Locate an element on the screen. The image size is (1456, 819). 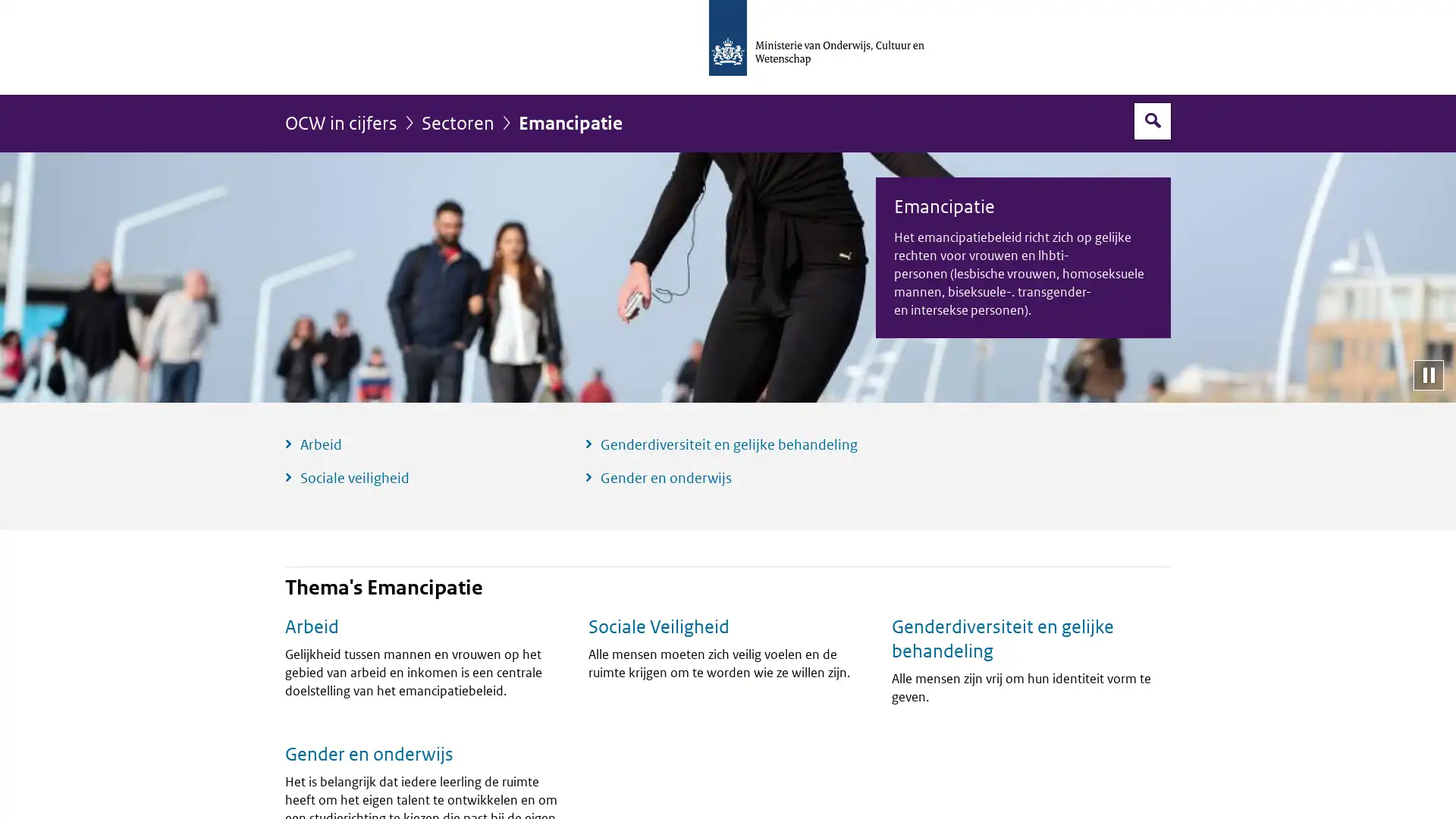
Open zoekveld is located at coordinates (1153, 120).